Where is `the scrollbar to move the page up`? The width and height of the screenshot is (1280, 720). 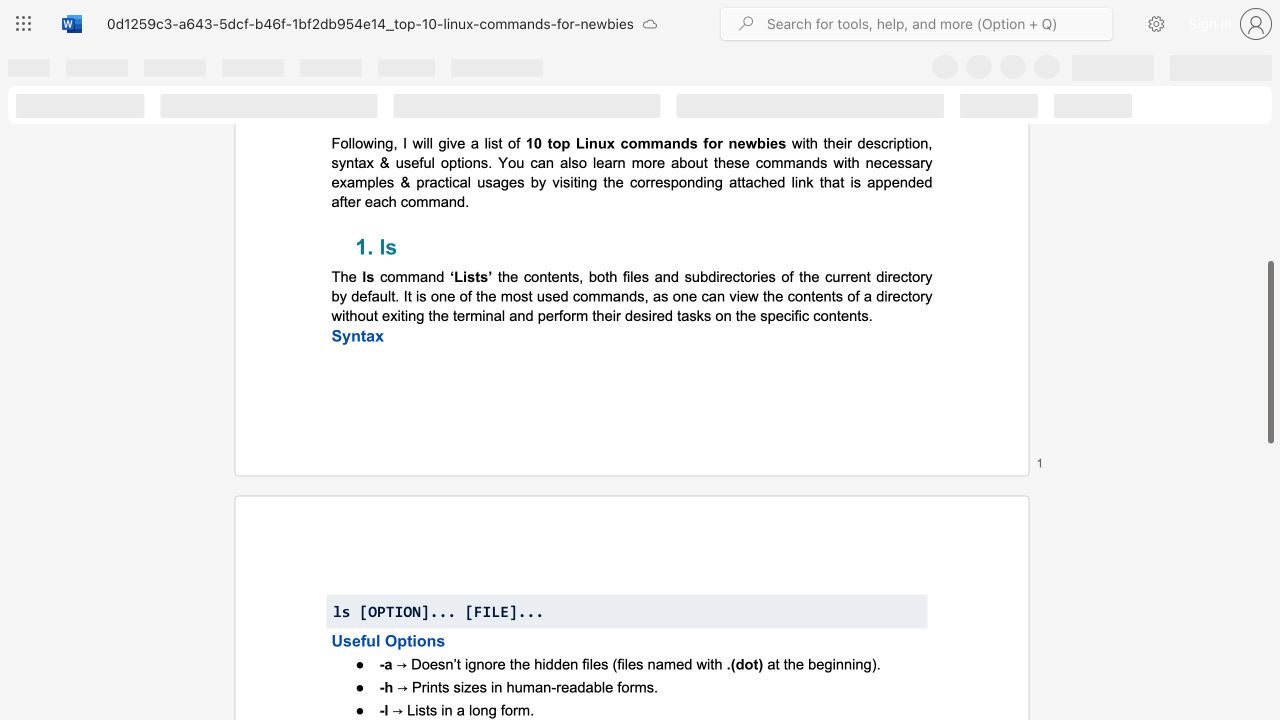
the scrollbar to move the page up is located at coordinates (1269, 220).